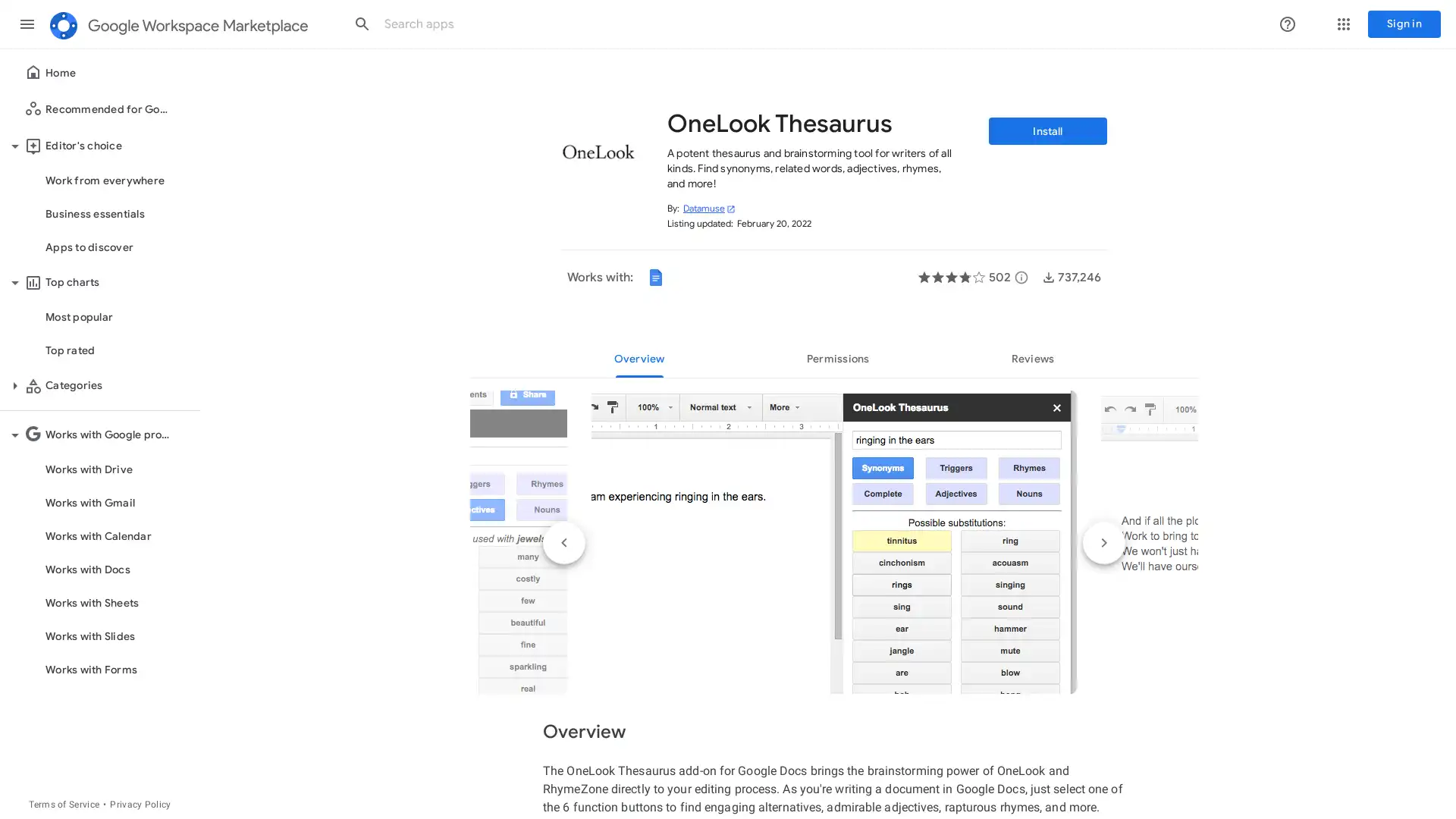  I want to click on Search, so click(362, 24).